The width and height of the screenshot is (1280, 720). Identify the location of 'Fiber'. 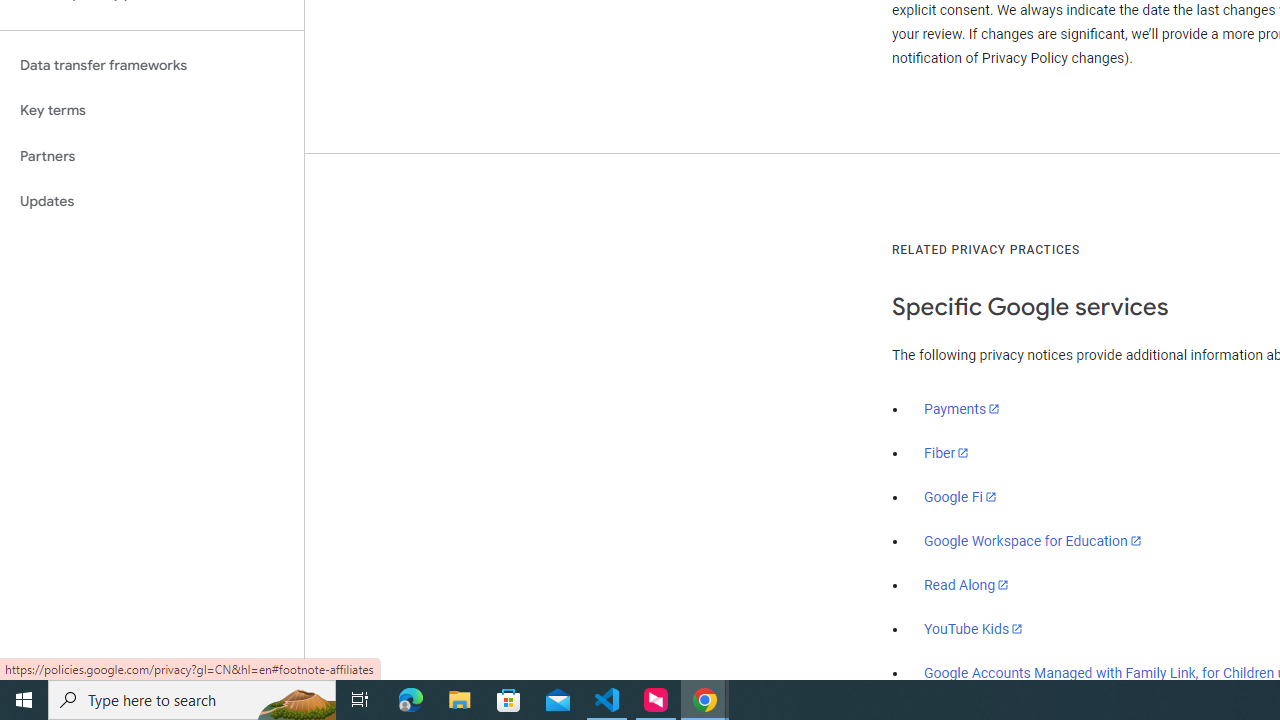
(946, 453).